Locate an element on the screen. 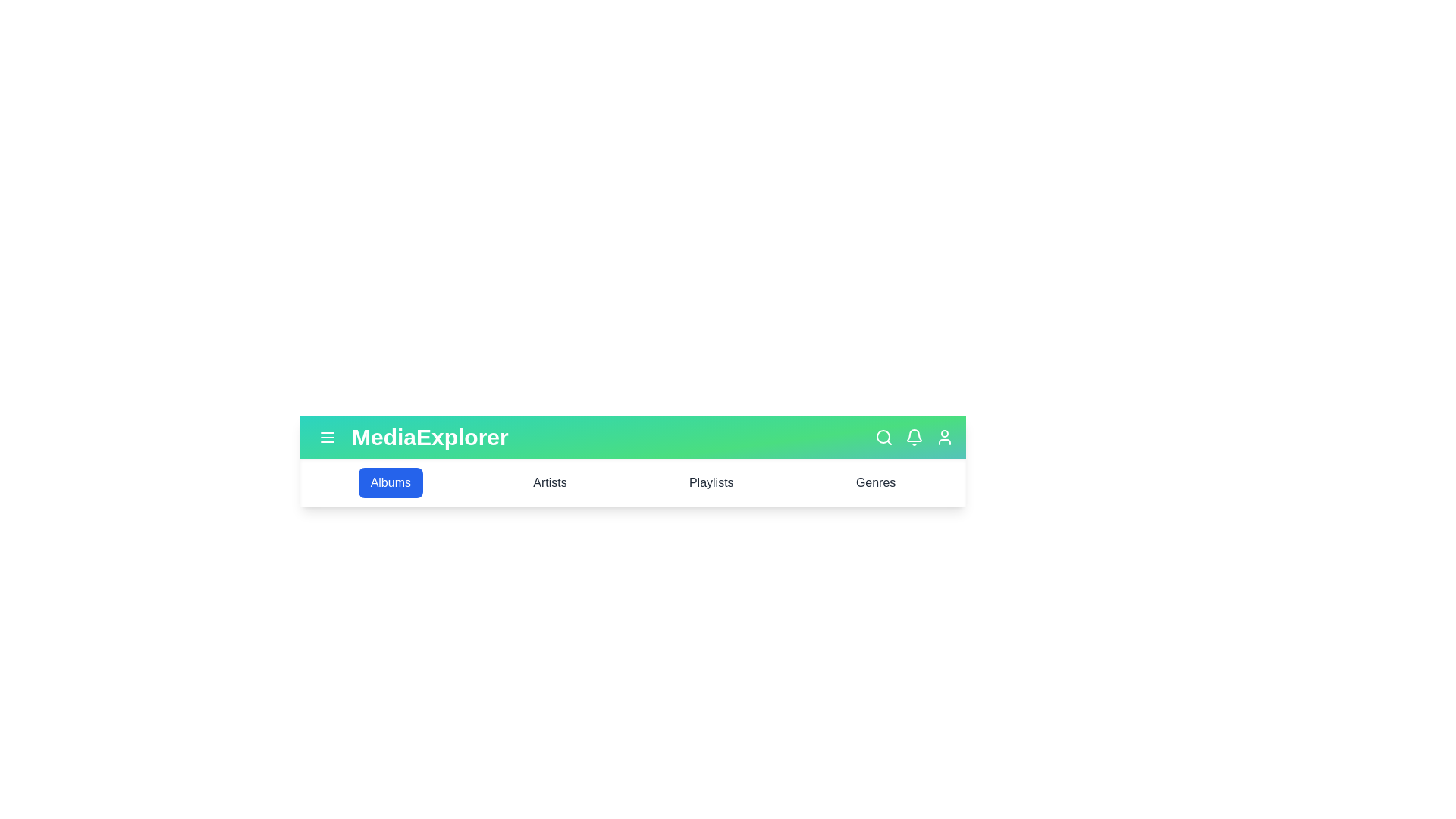 The image size is (1456, 819). the Playlists tab in the MultimediaAppBar is located at coordinates (710, 482).